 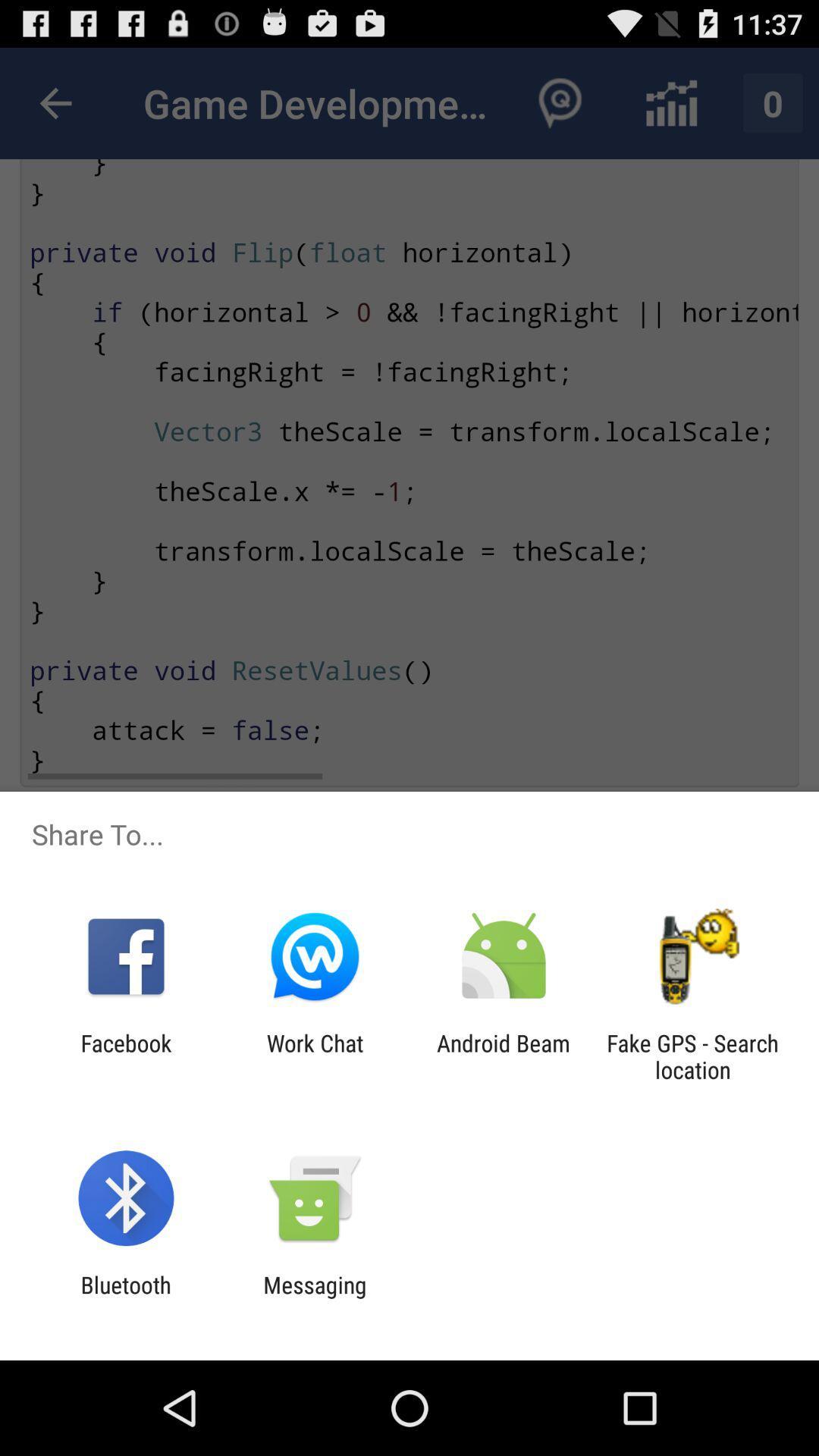 What do you see at coordinates (504, 1056) in the screenshot?
I see `the icon to the left of the fake gps search` at bounding box center [504, 1056].